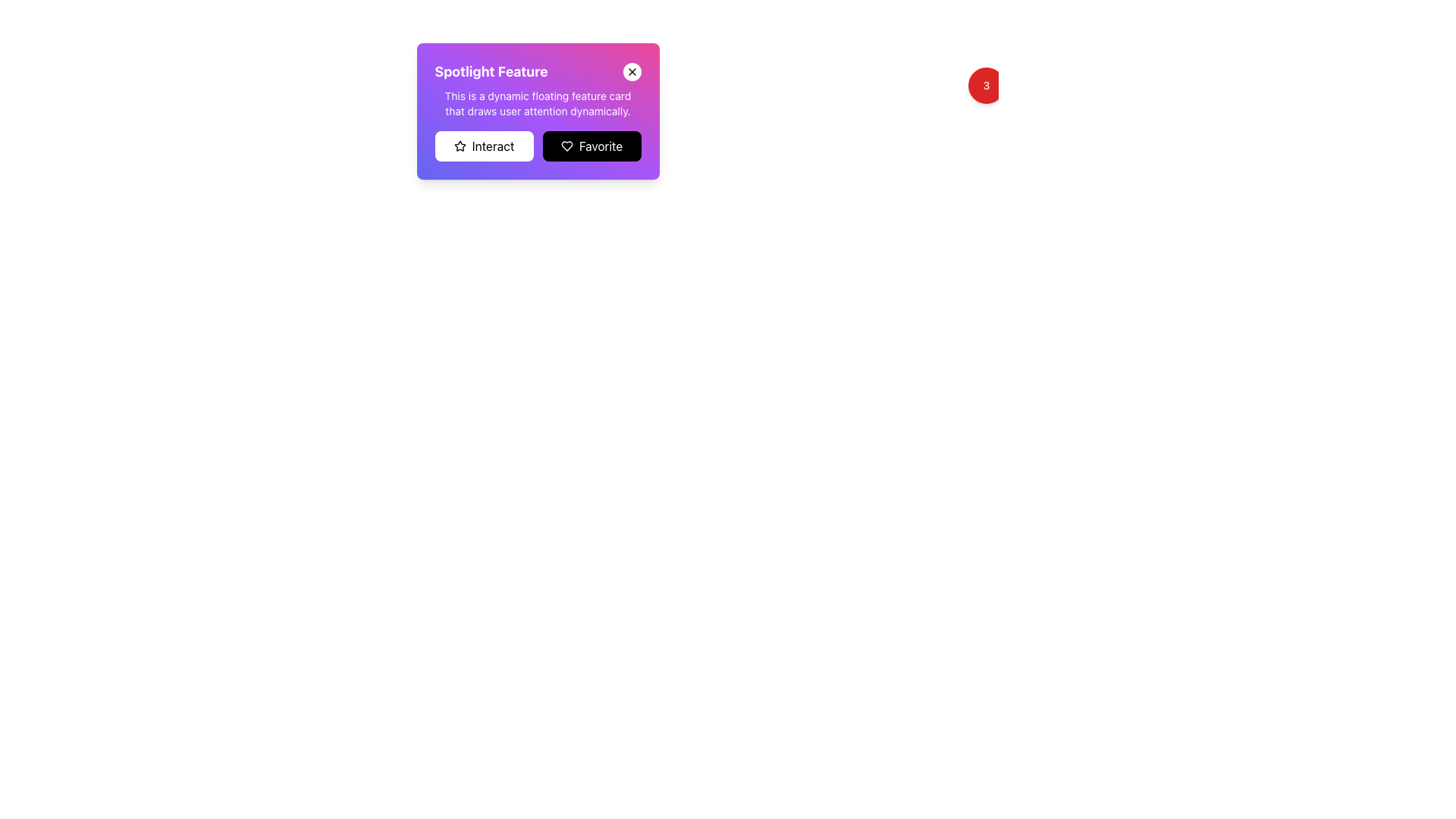 This screenshot has width=1456, height=819. What do you see at coordinates (538, 103) in the screenshot?
I see `the descriptive text element located within the gradient card, positioned below the title 'Spotlight Feature' and above the 'Interact' and 'Favorite' buttons` at bounding box center [538, 103].